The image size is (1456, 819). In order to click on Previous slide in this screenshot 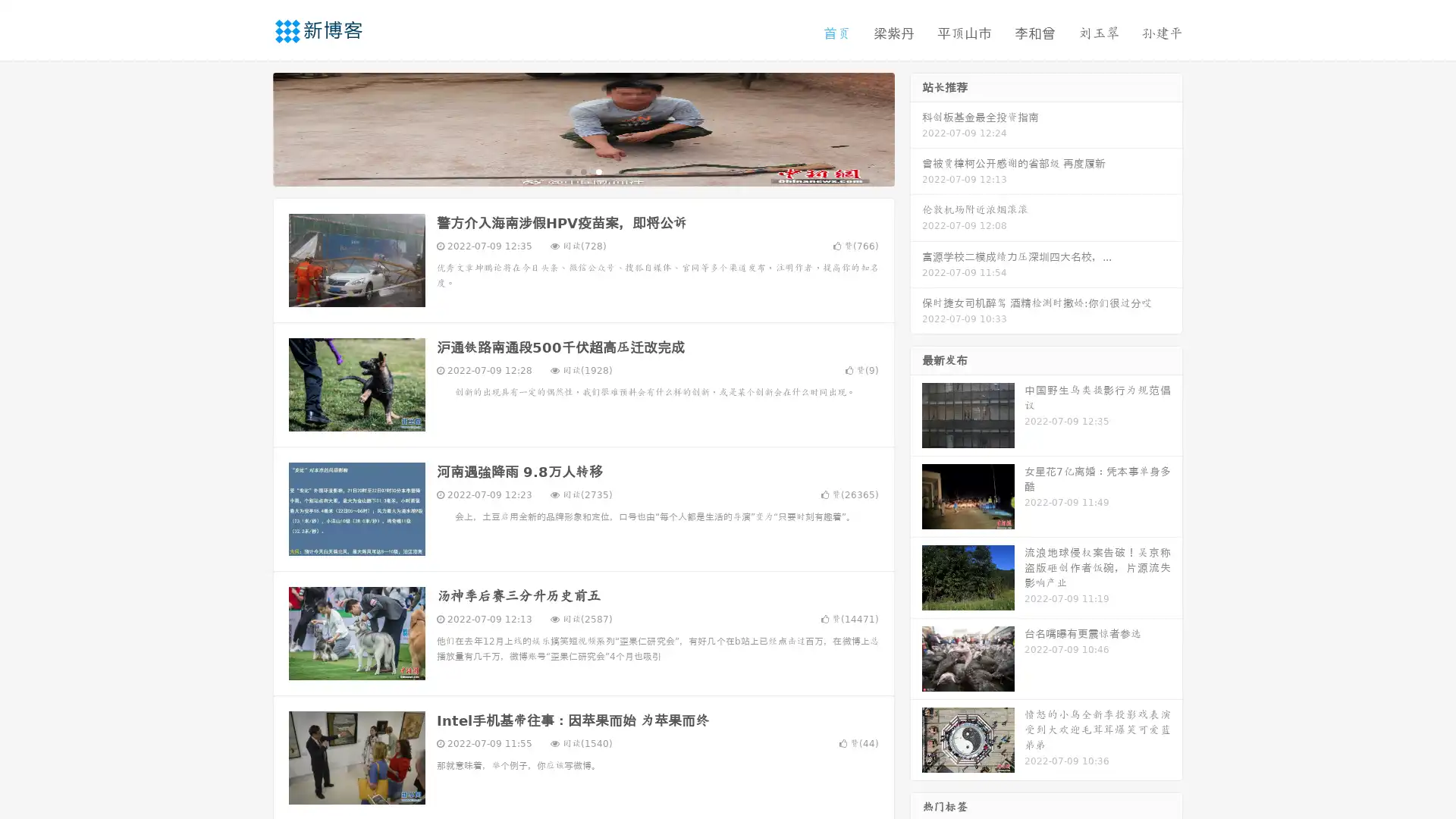, I will do `click(250, 127)`.